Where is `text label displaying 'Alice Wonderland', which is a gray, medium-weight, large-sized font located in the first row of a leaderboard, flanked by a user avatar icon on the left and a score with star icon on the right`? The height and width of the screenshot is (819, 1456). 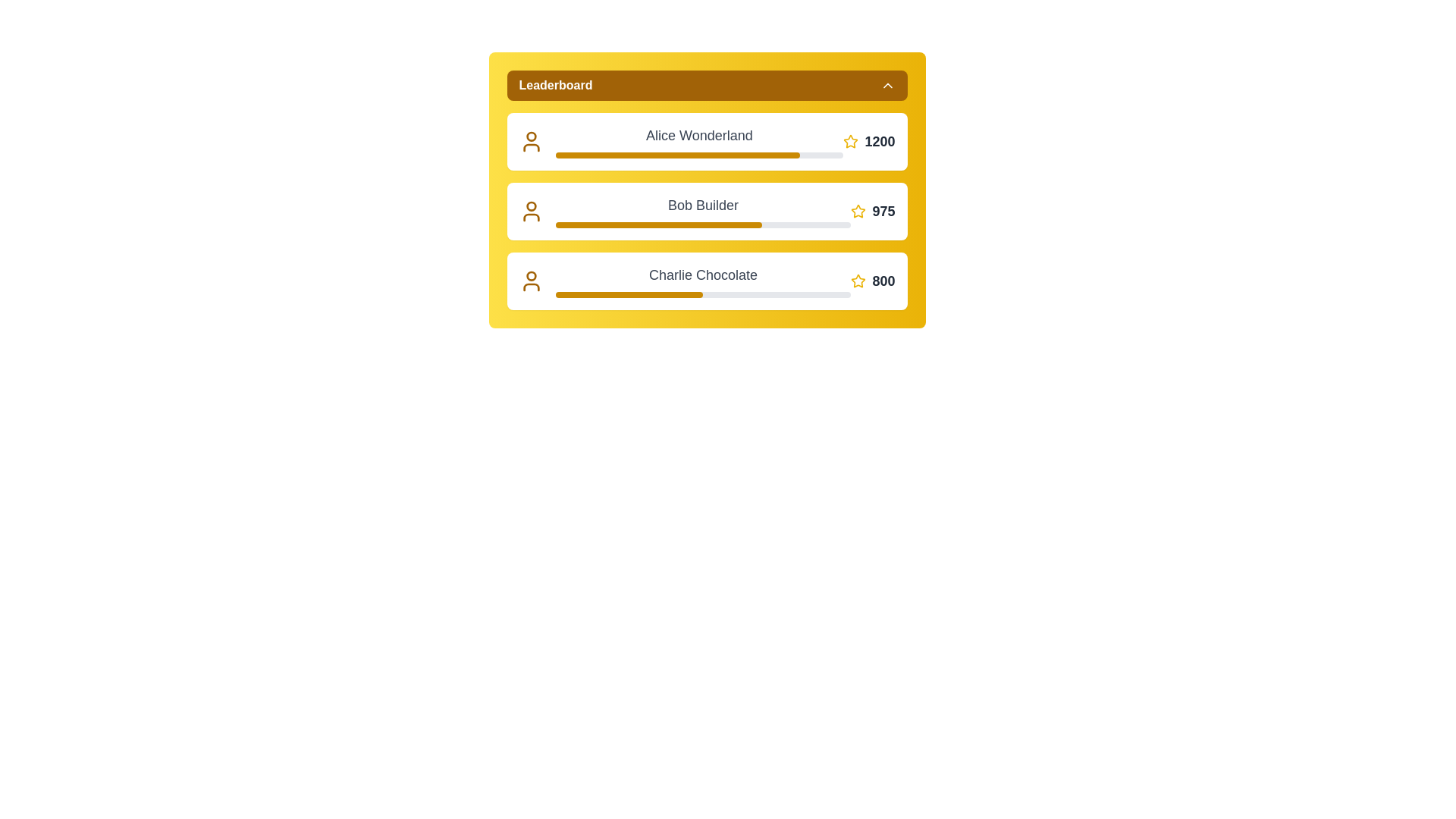
text label displaying 'Alice Wonderland', which is a gray, medium-weight, large-sized font located in the first row of a leaderboard, flanked by a user avatar icon on the left and a score with star icon on the right is located at coordinates (698, 134).